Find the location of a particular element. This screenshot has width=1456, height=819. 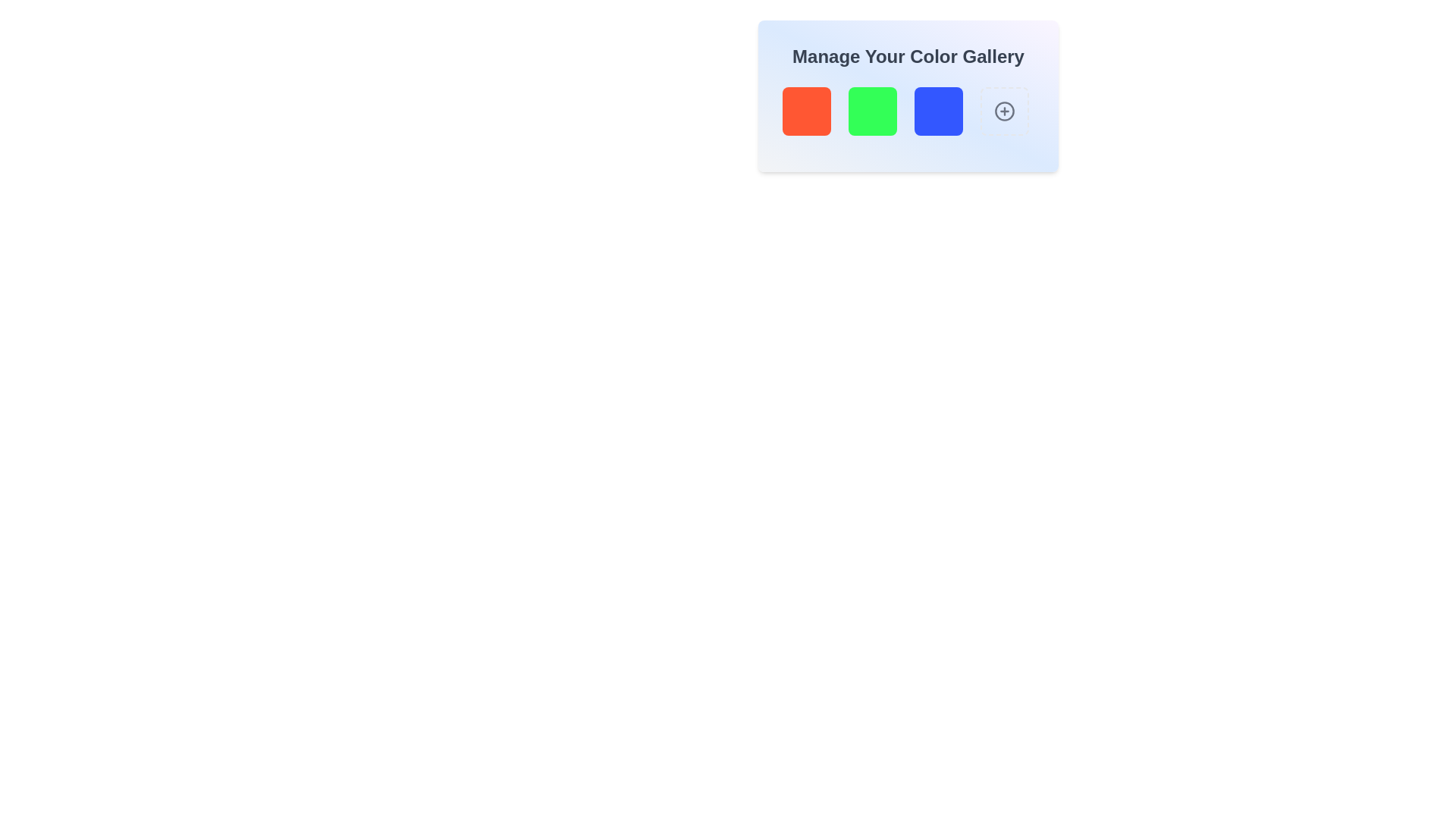

the circular graphical element of the 'plus' icon located within the 'Manage Your Color Gallery' section, positioned on the right side of the row of colored square icons is located at coordinates (1004, 110).